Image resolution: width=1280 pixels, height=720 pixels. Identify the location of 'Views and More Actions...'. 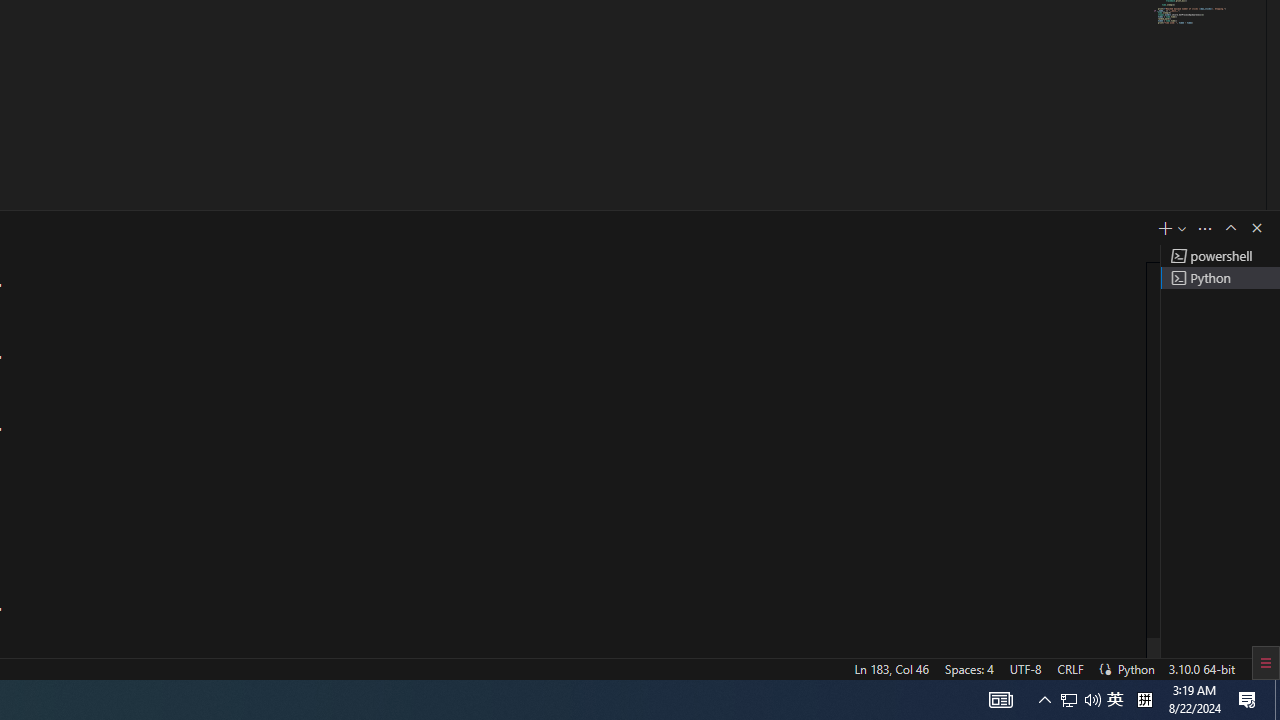
(1204, 227).